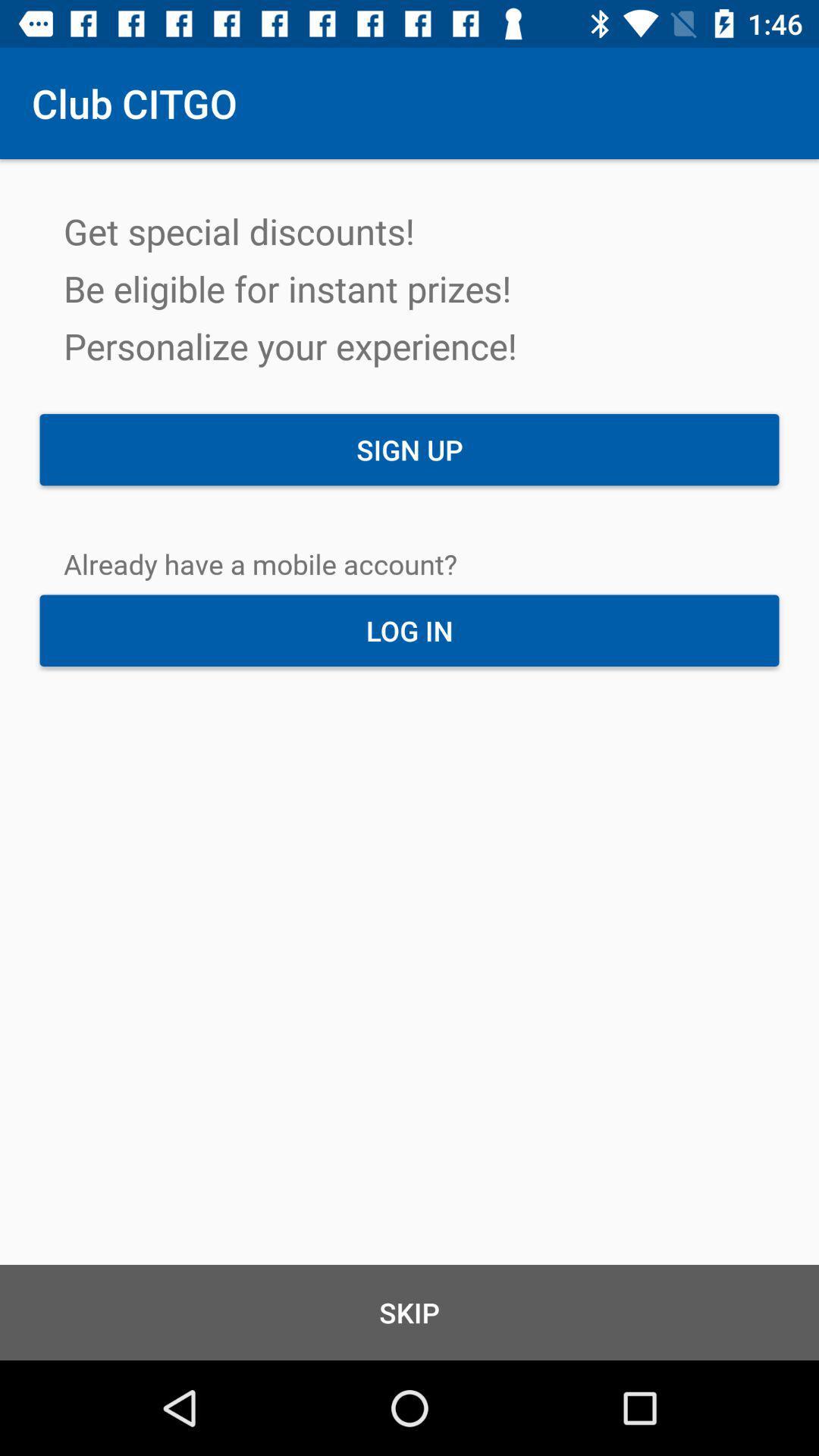  Describe the element at coordinates (409, 1312) in the screenshot. I see `skip item` at that location.